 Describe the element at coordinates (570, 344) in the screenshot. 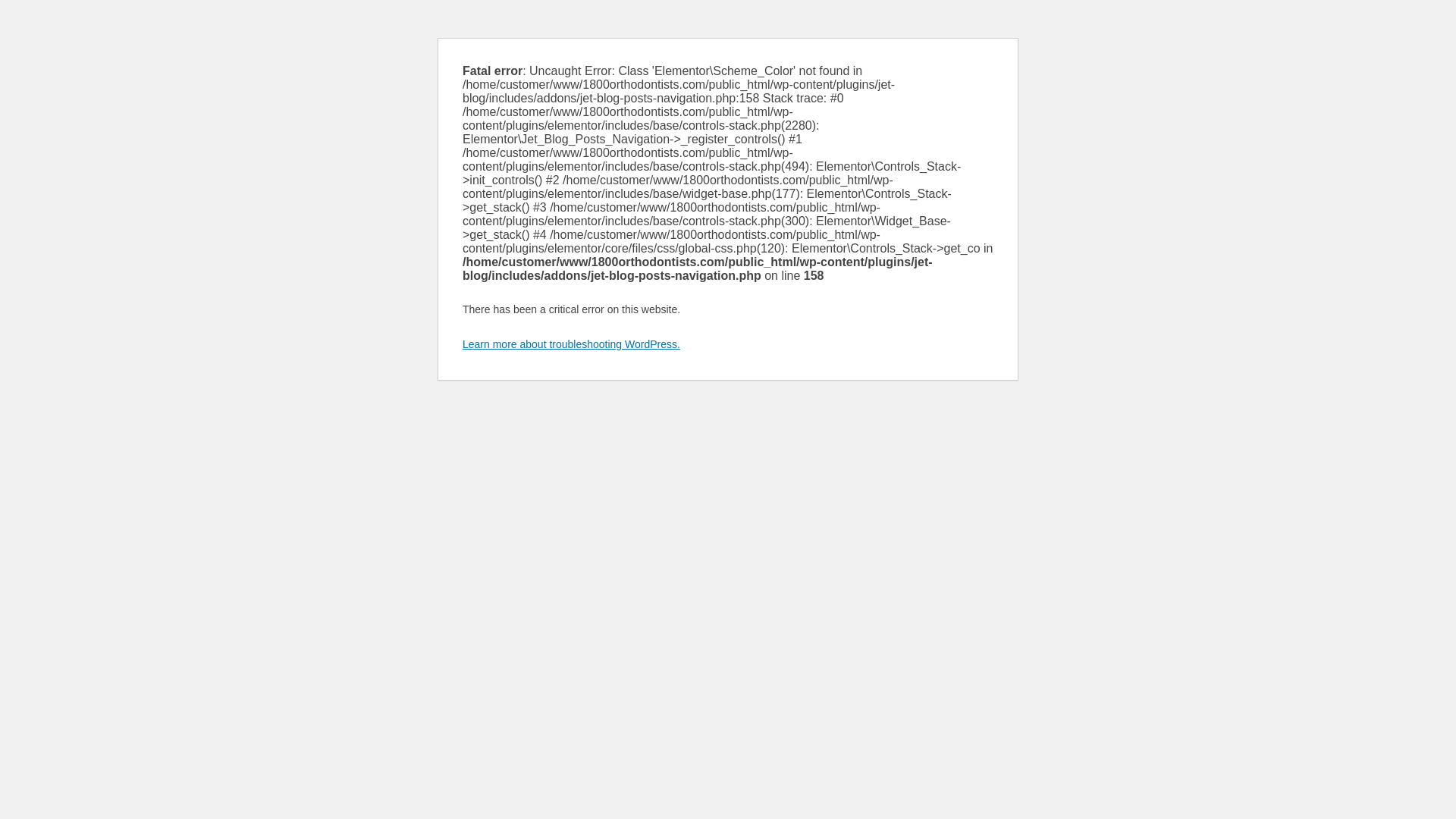

I see `'Learn more about troubleshooting WordPress.'` at that location.